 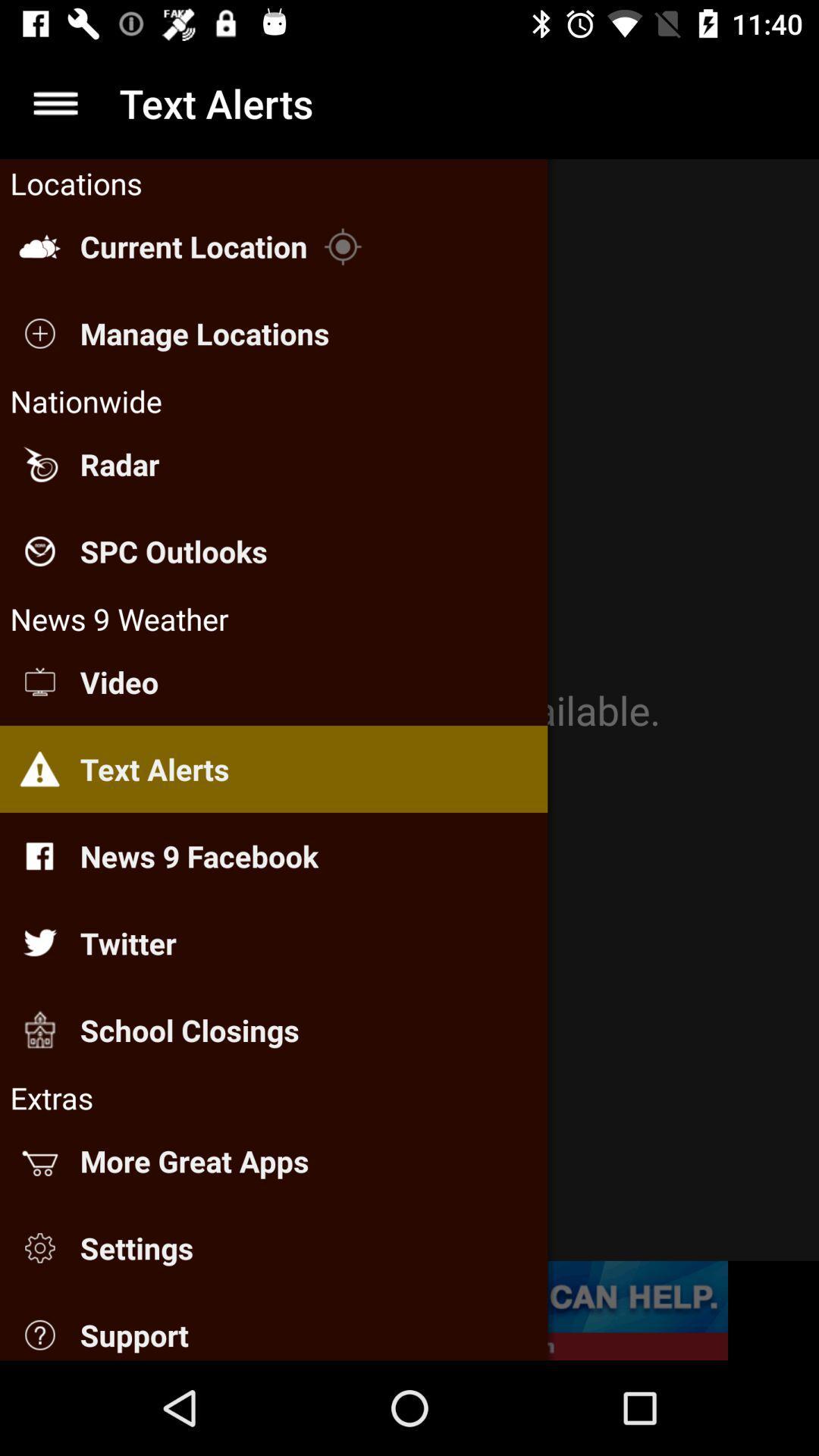 What do you see at coordinates (55, 102) in the screenshot?
I see `the menu icon` at bounding box center [55, 102].